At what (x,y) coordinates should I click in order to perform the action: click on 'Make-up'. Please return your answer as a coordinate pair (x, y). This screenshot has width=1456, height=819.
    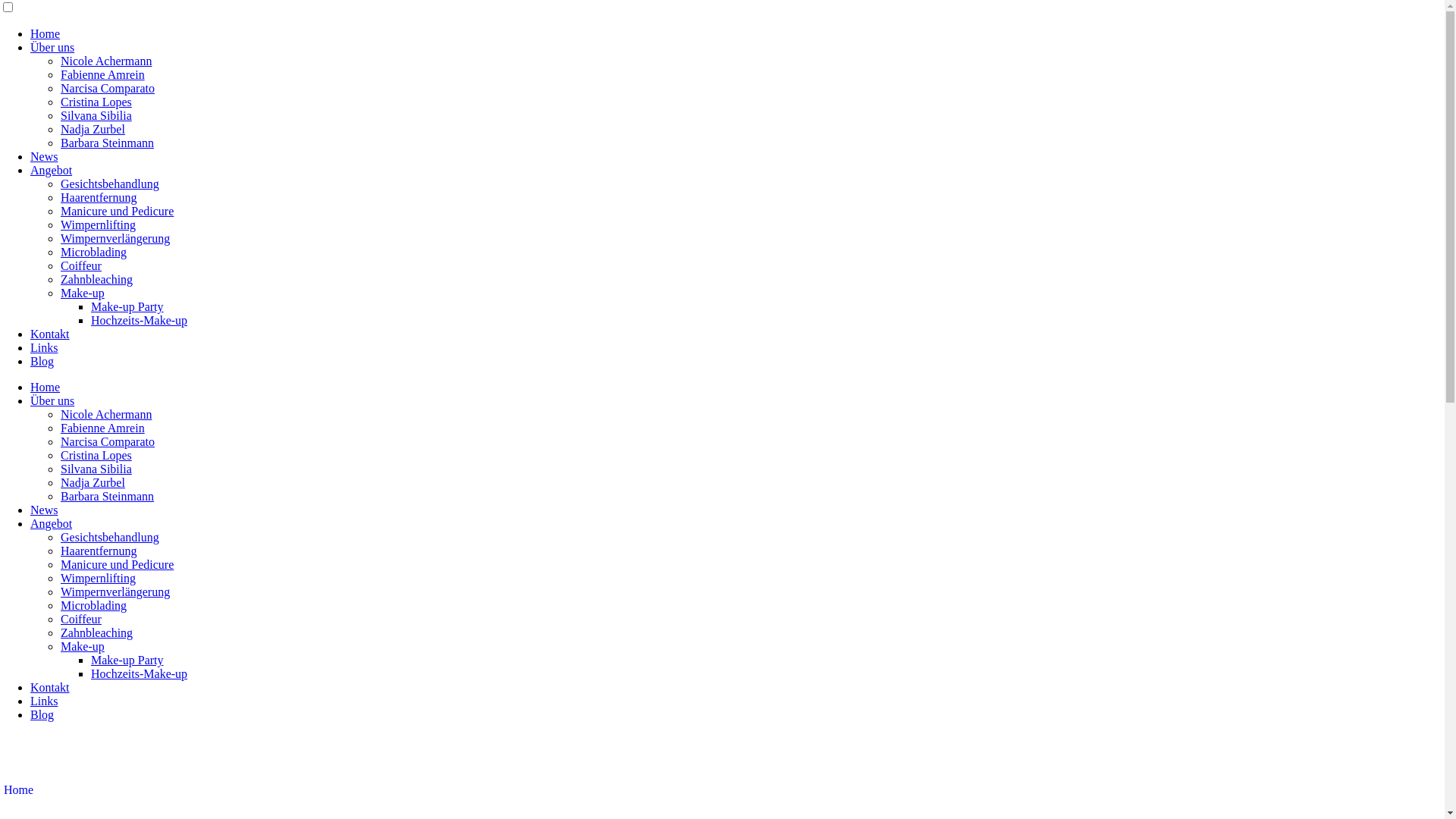
    Looking at the image, I should click on (82, 646).